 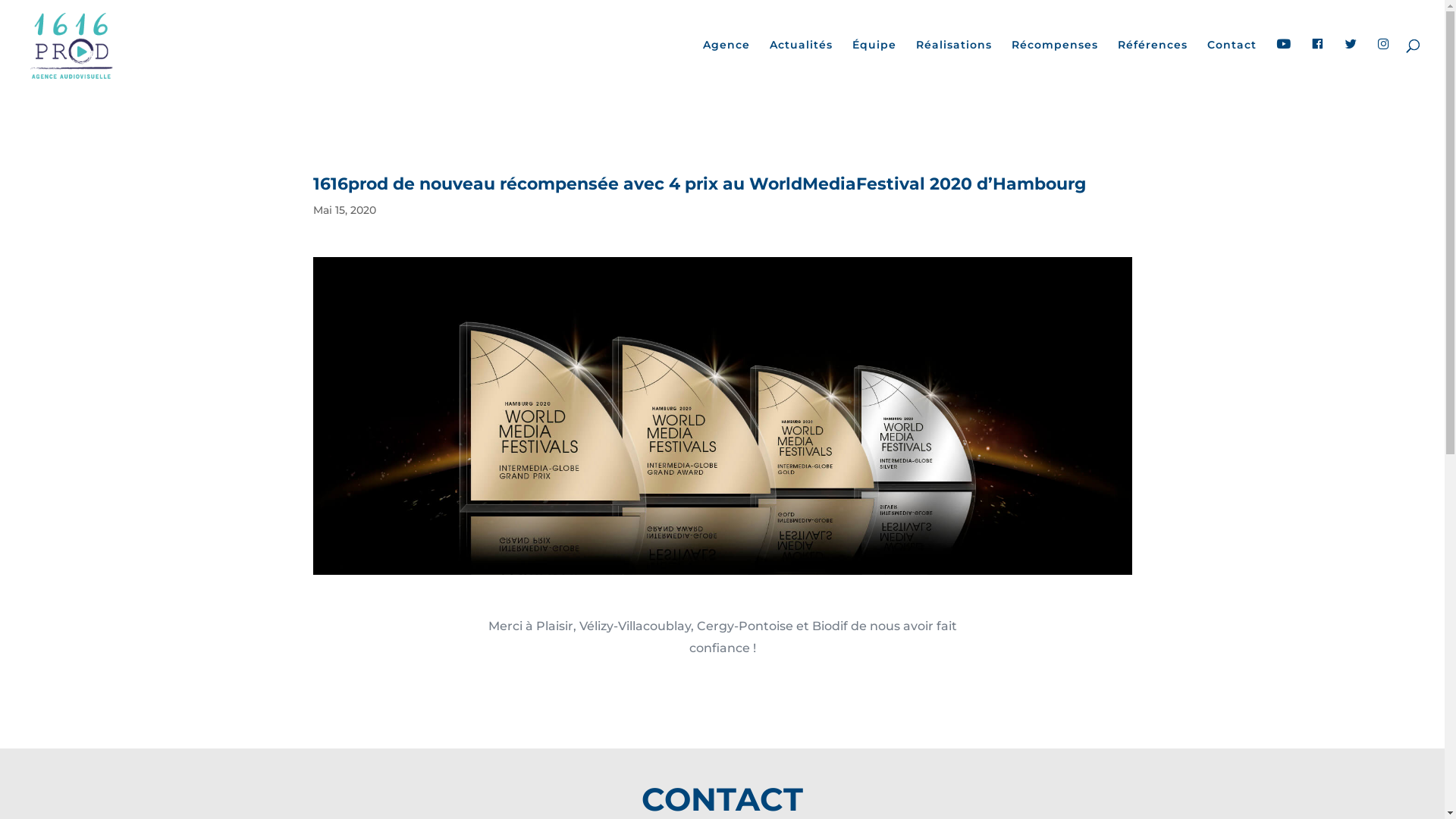 What do you see at coordinates (726, 63) in the screenshot?
I see `'Agence'` at bounding box center [726, 63].